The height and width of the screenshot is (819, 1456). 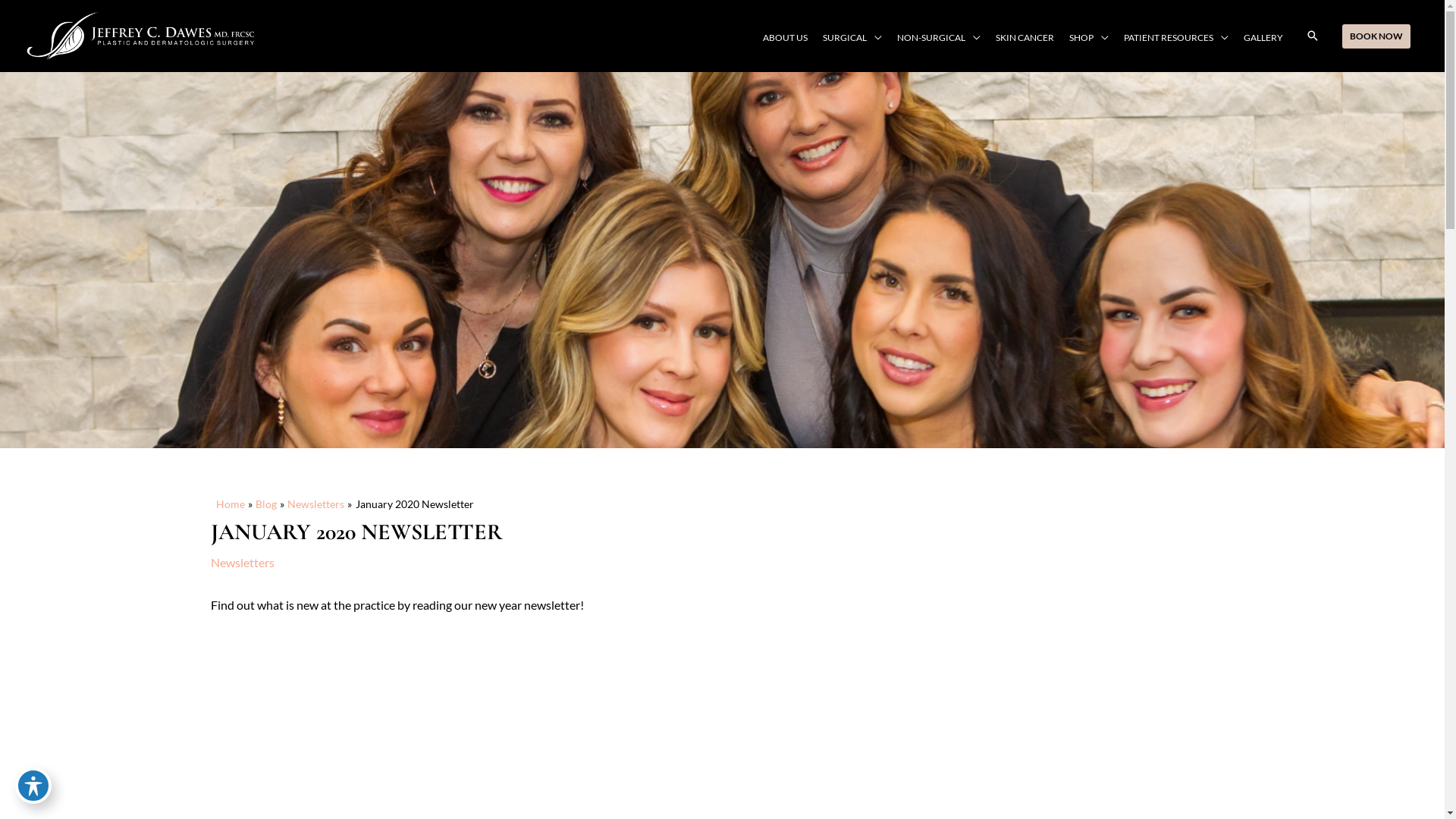 I want to click on 'Newsletters', so click(x=243, y=562).